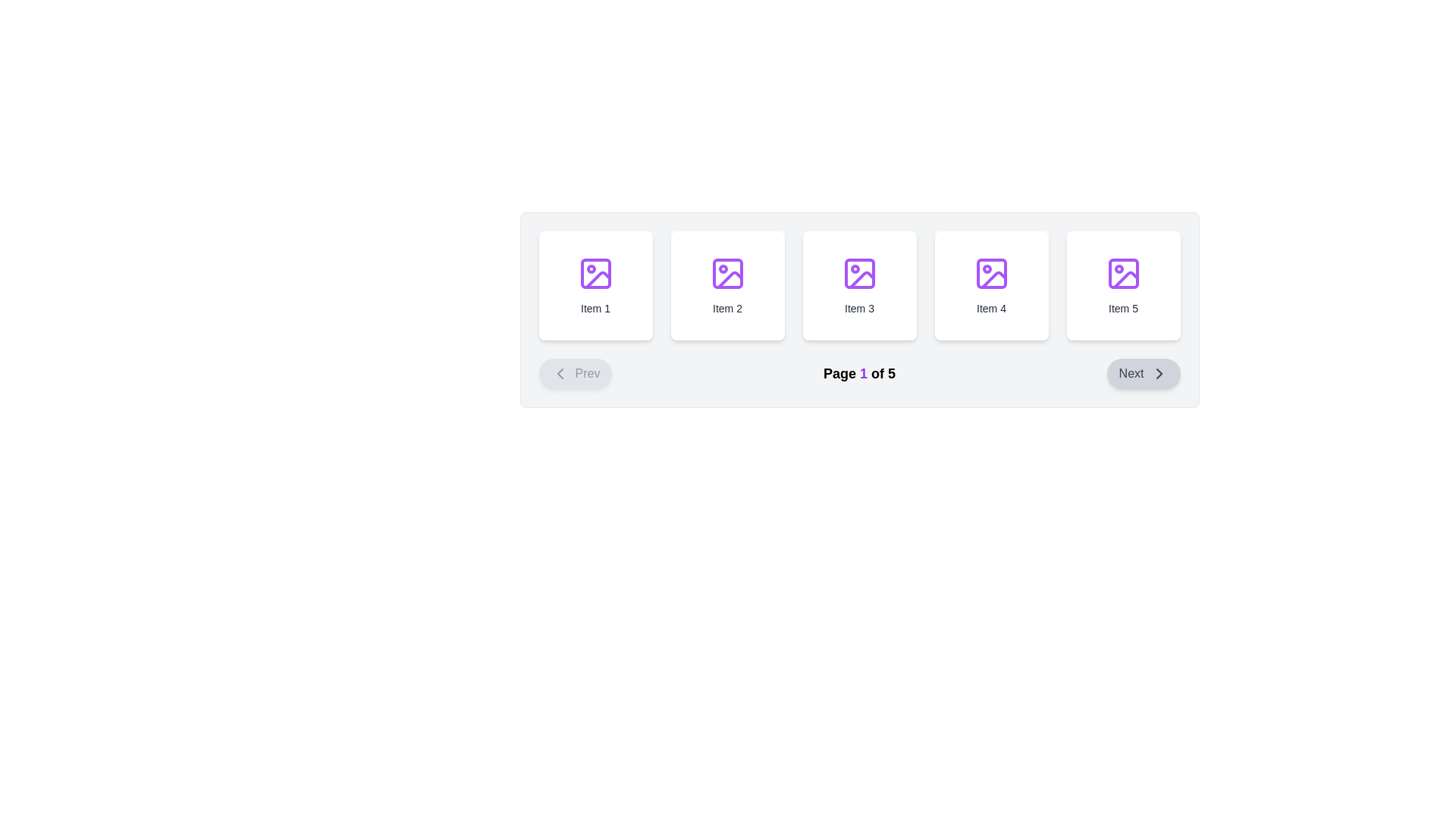 The image size is (1456, 819). Describe the element at coordinates (1123, 308) in the screenshot. I see `the text label displaying 'Item 5', which is styled in a small gray font and located at the bottom-center of the fifth card in a horizontally arranged group of cards` at that location.